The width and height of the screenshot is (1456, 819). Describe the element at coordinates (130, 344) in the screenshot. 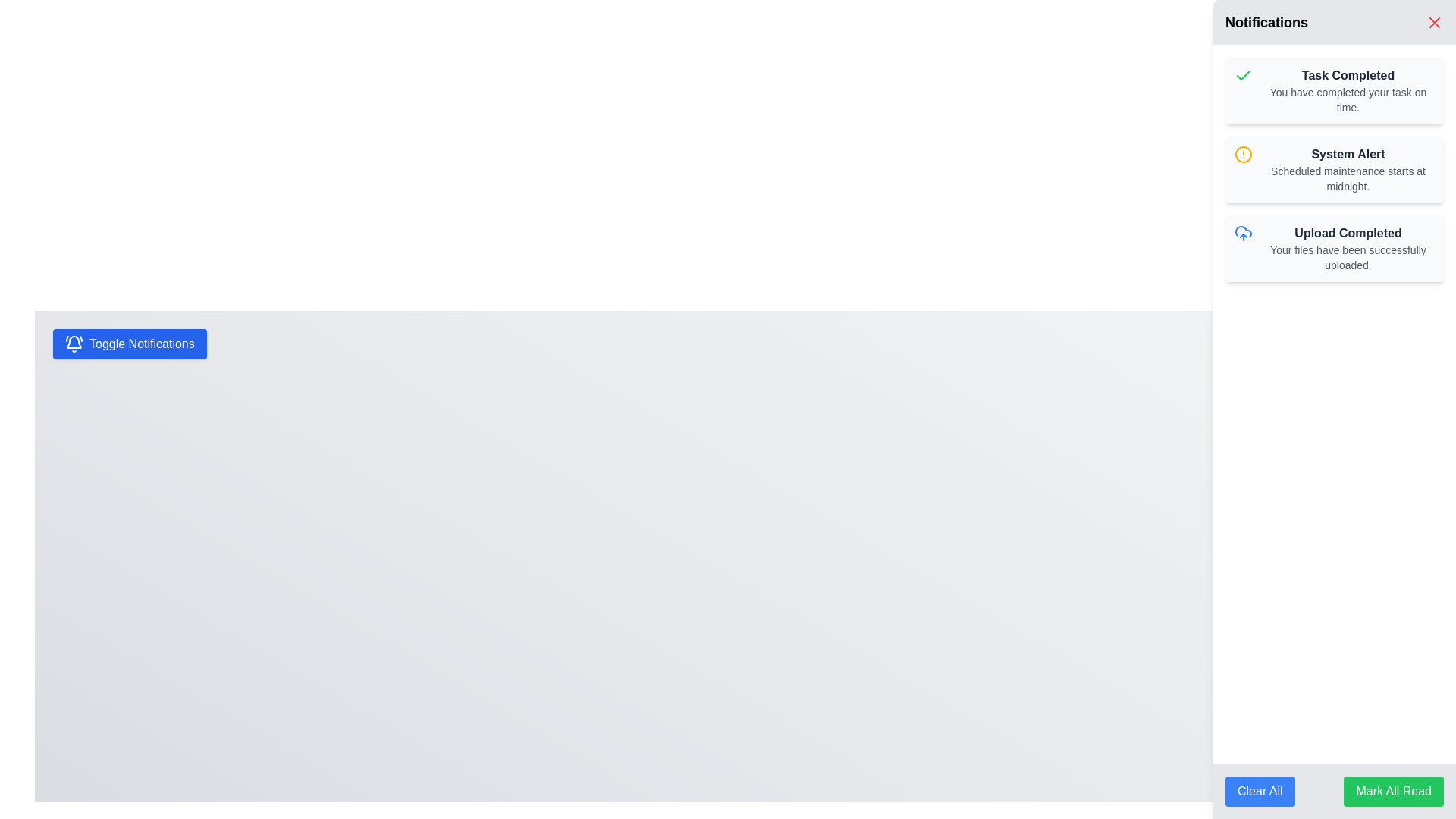

I see `the blue rectangular button labeled 'Toggle Notifications' with a bell-shaped icon` at that location.